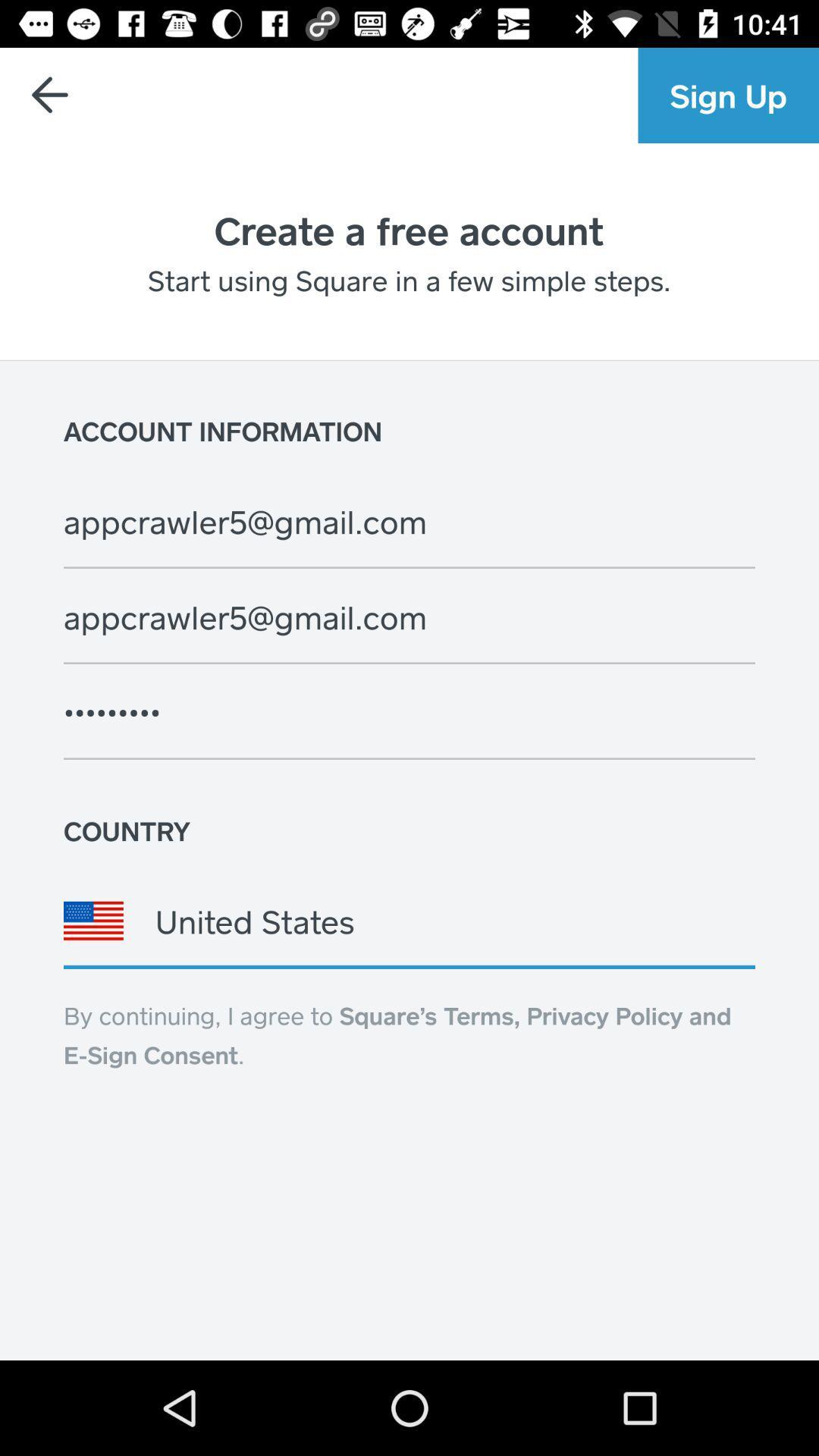  Describe the element at coordinates (409, 617) in the screenshot. I see `the second mail address` at that location.